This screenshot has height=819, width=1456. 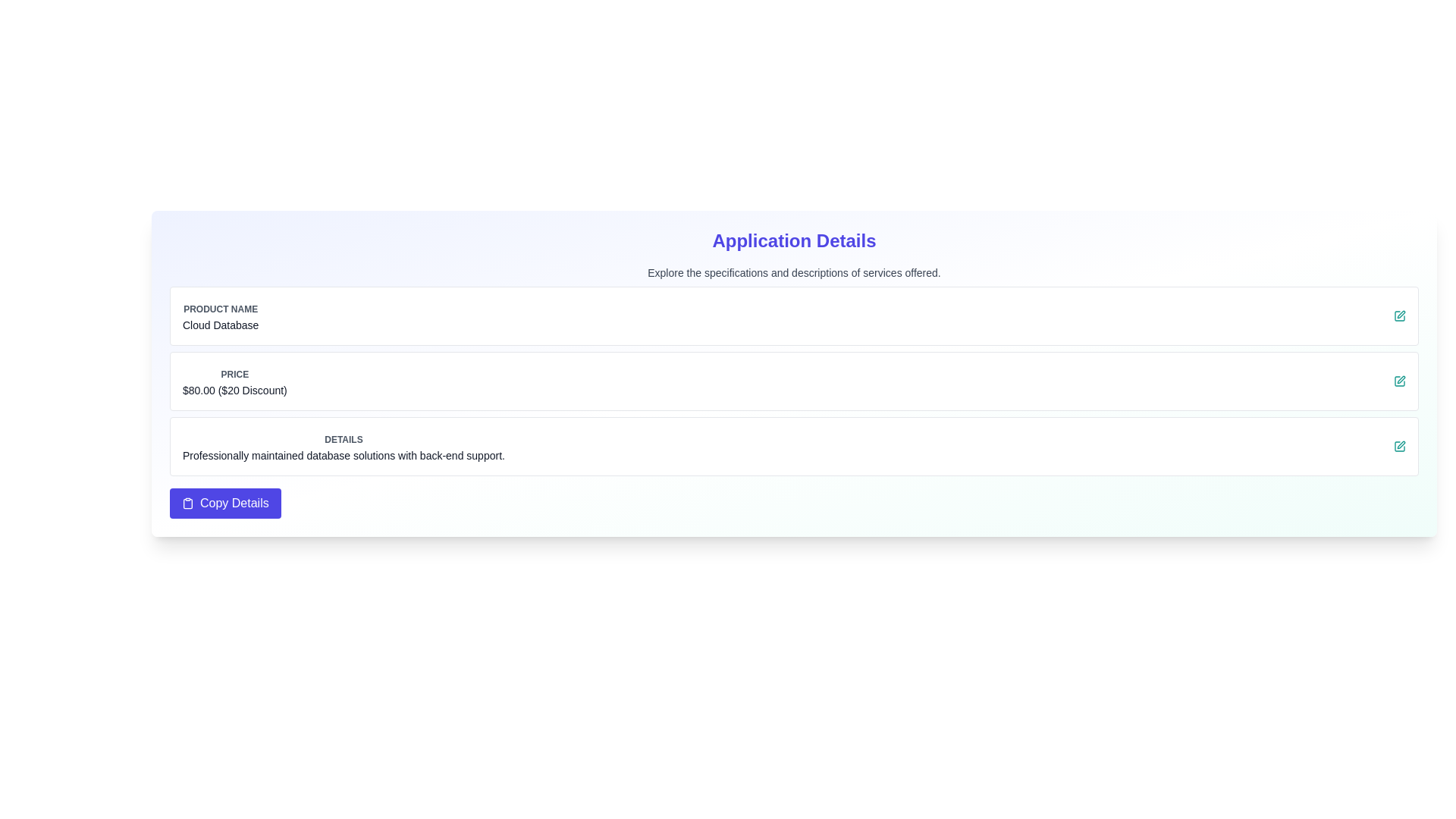 What do you see at coordinates (234, 390) in the screenshot?
I see `informational Text label displaying the price and discount of a product/service located below the 'PRICE' label using development tools` at bounding box center [234, 390].